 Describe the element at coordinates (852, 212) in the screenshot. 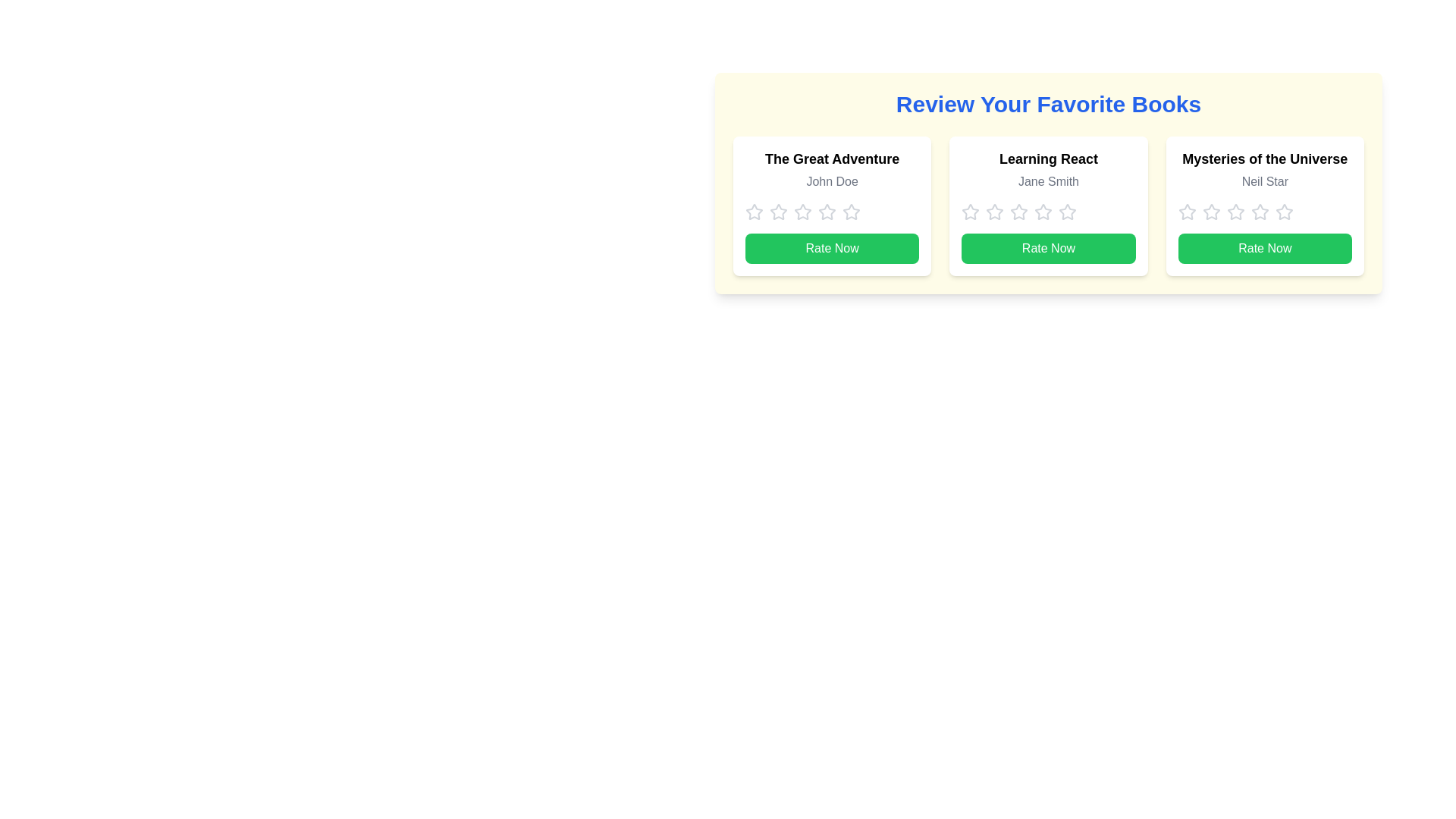

I see `the fourth star icon in the rating system under the book 'The Great Adventure' by John Doe` at that location.